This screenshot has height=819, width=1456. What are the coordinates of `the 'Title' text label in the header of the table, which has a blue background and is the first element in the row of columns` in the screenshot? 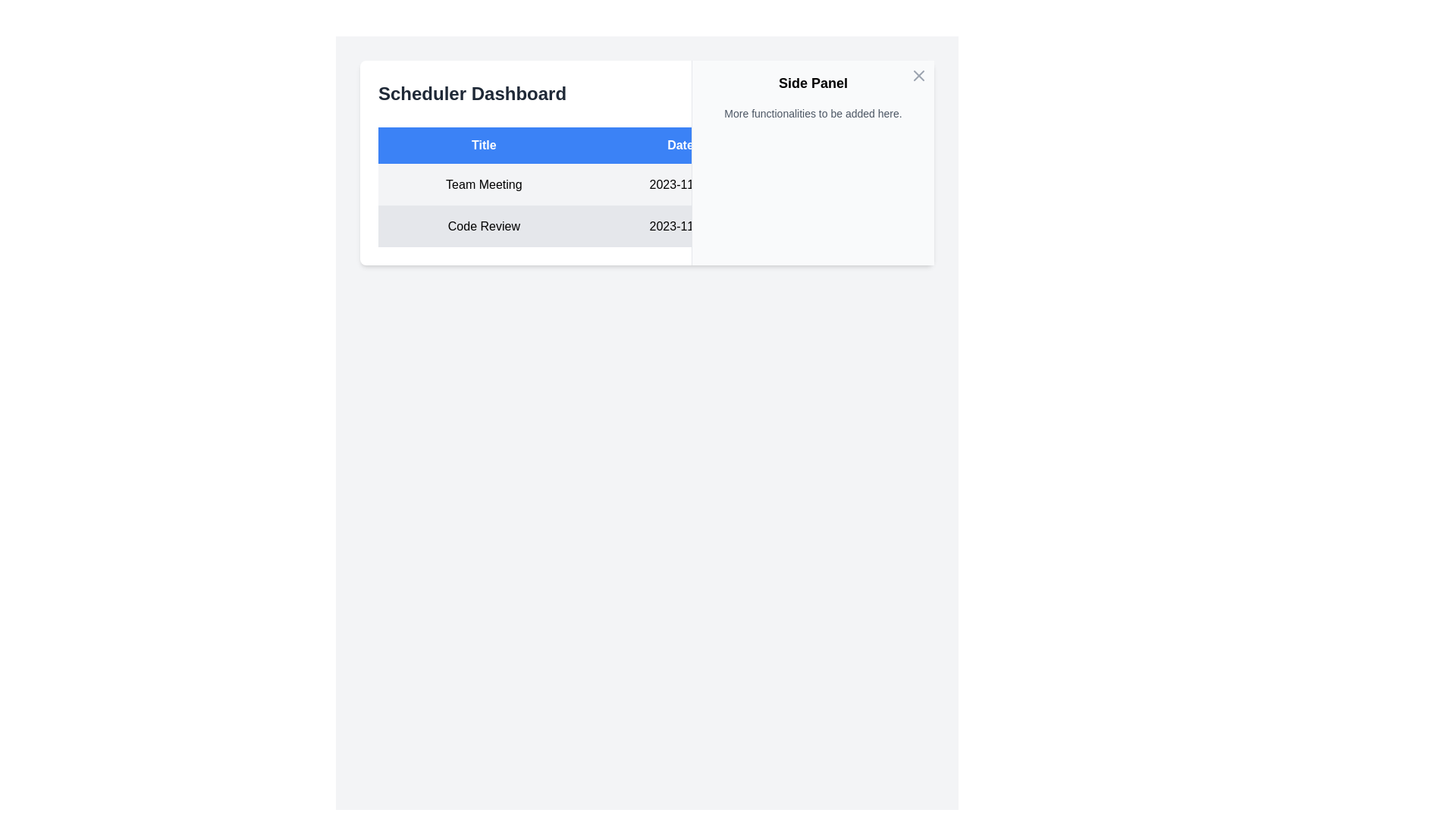 It's located at (483, 146).